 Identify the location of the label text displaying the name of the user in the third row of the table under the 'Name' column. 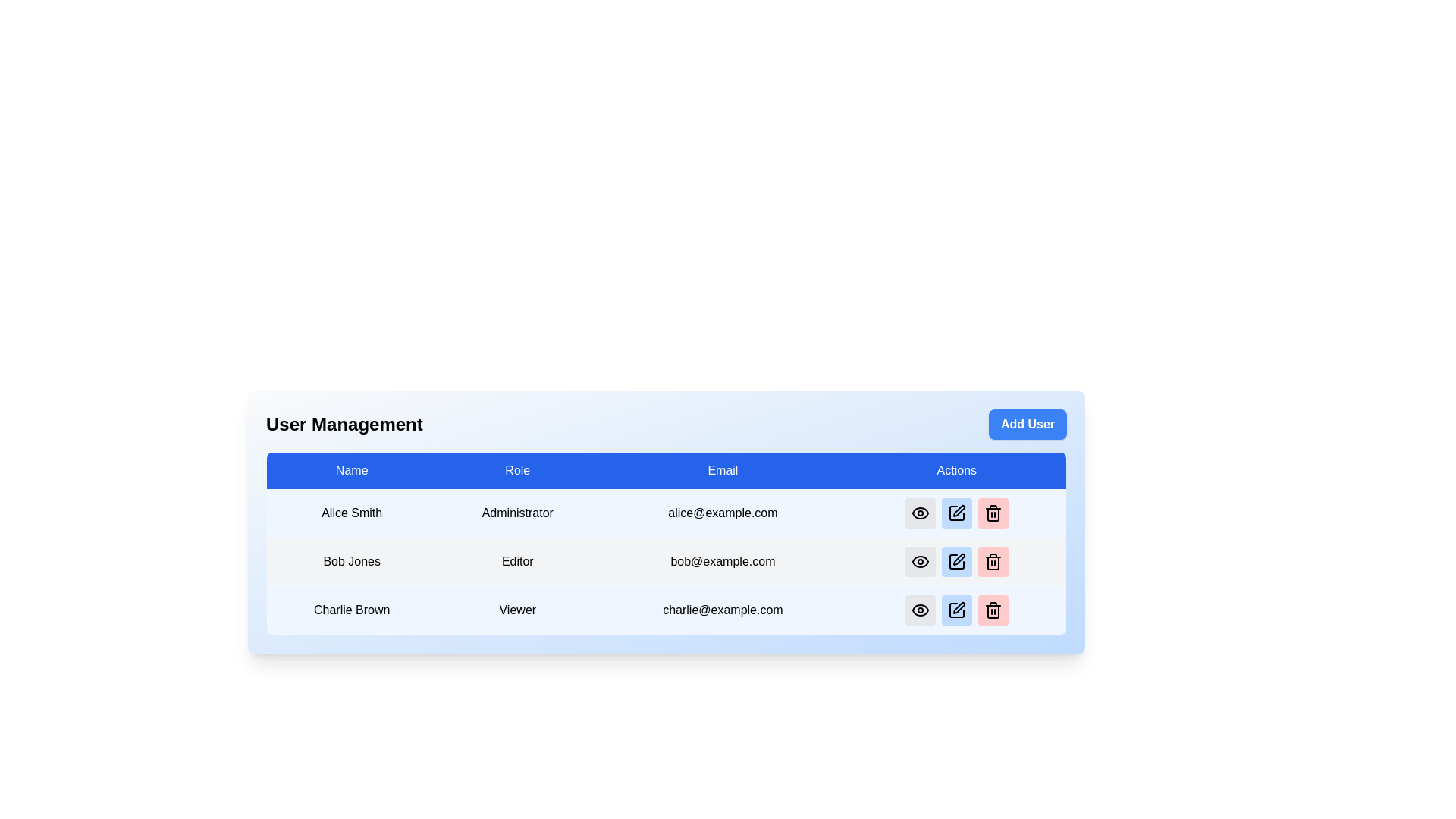
(350, 610).